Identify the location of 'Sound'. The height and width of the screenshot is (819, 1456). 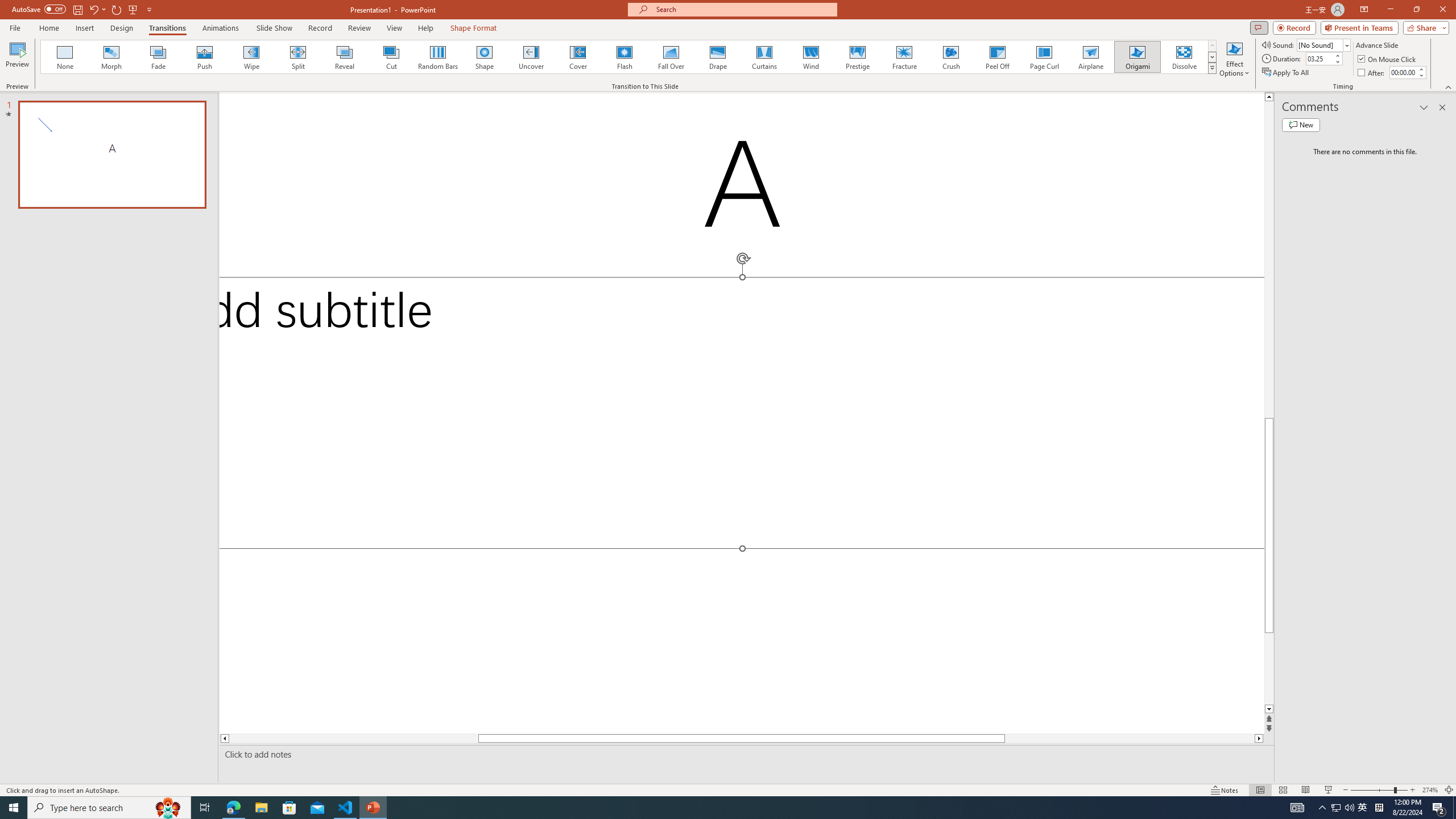
(1323, 44).